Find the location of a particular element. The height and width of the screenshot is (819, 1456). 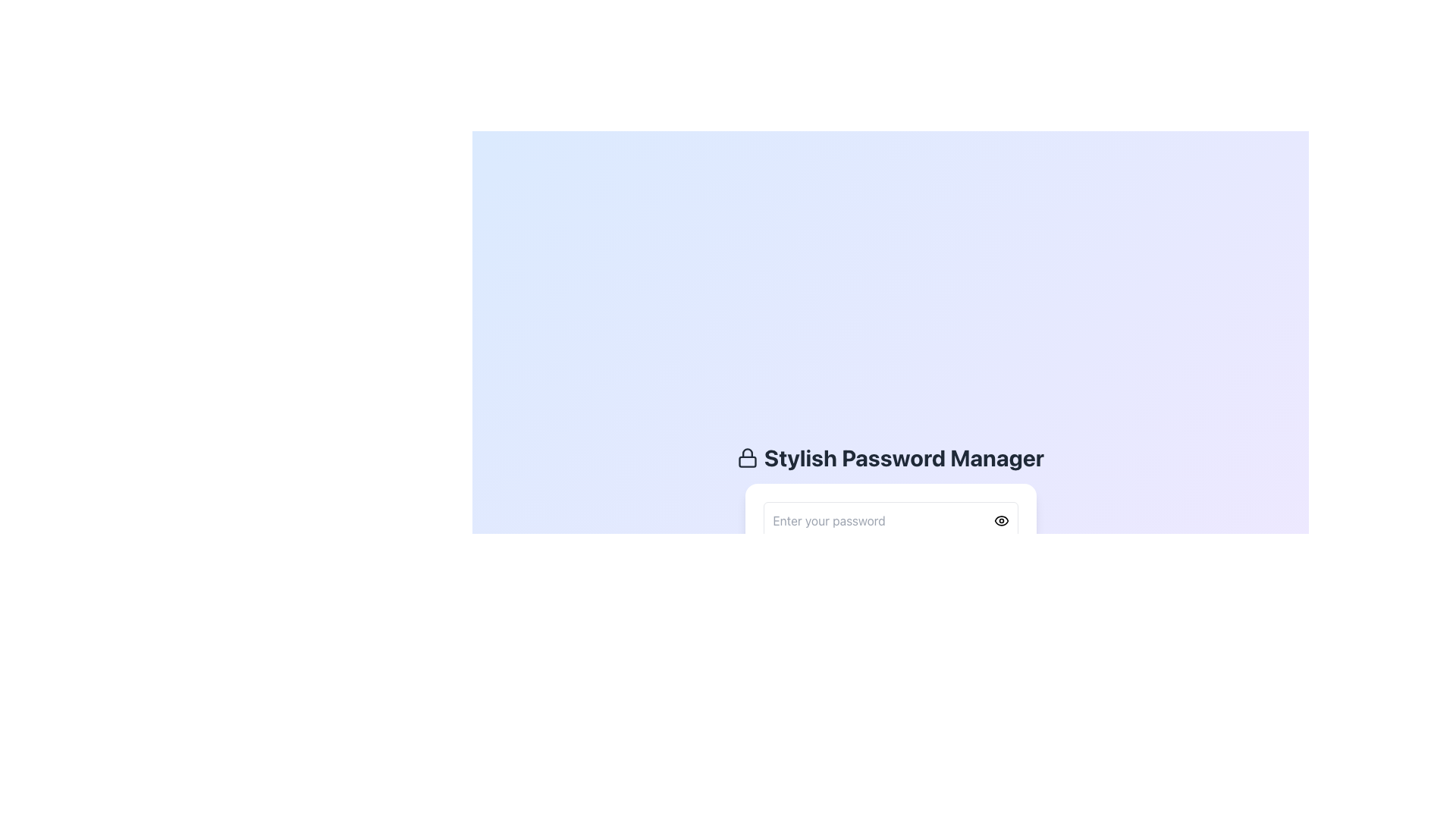

the eye-shaped icon located at the right edge of the password input field is located at coordinates (1001, 519).